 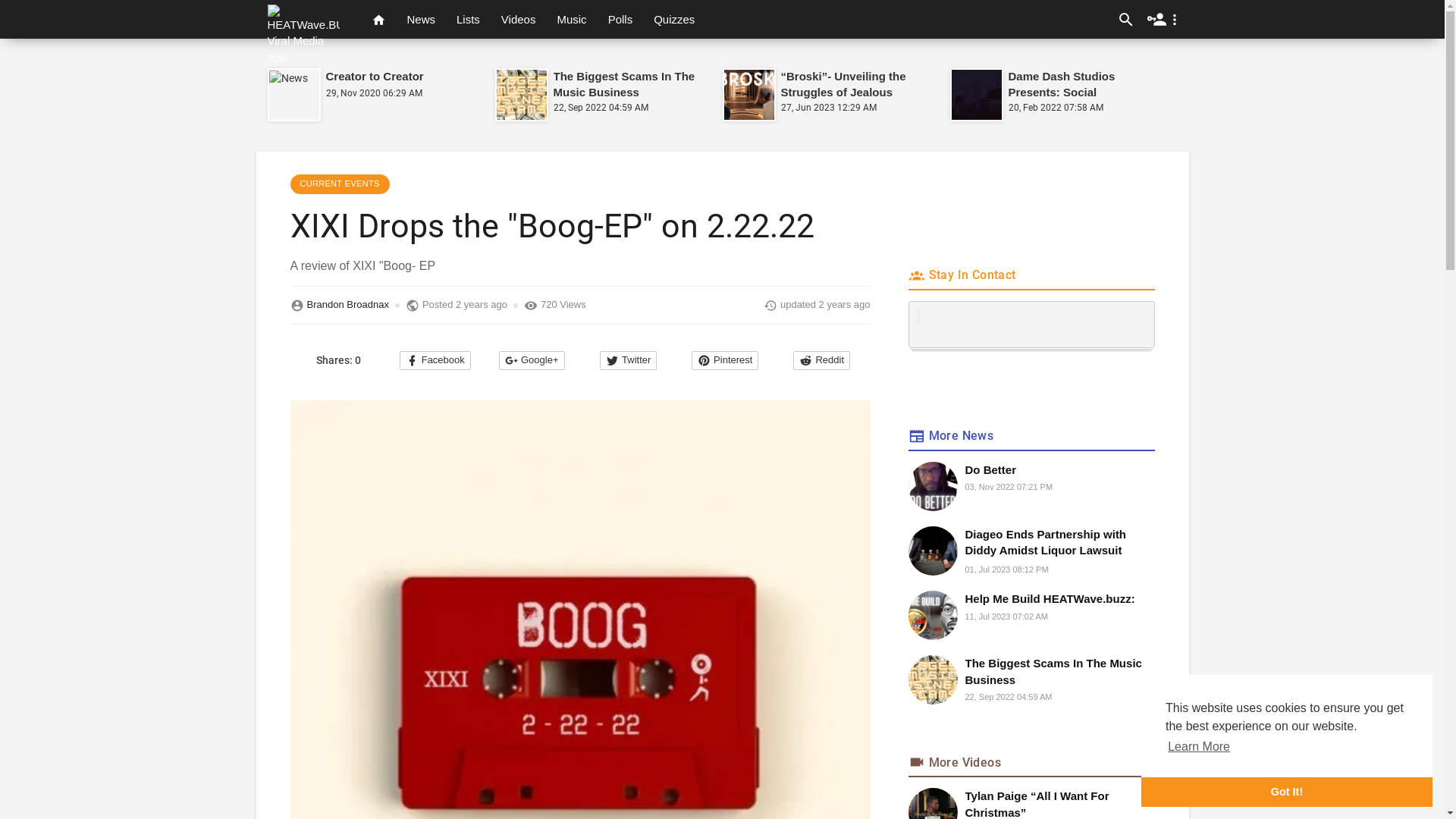 I want to click on 'Facebook', so click(x=435, y=360).